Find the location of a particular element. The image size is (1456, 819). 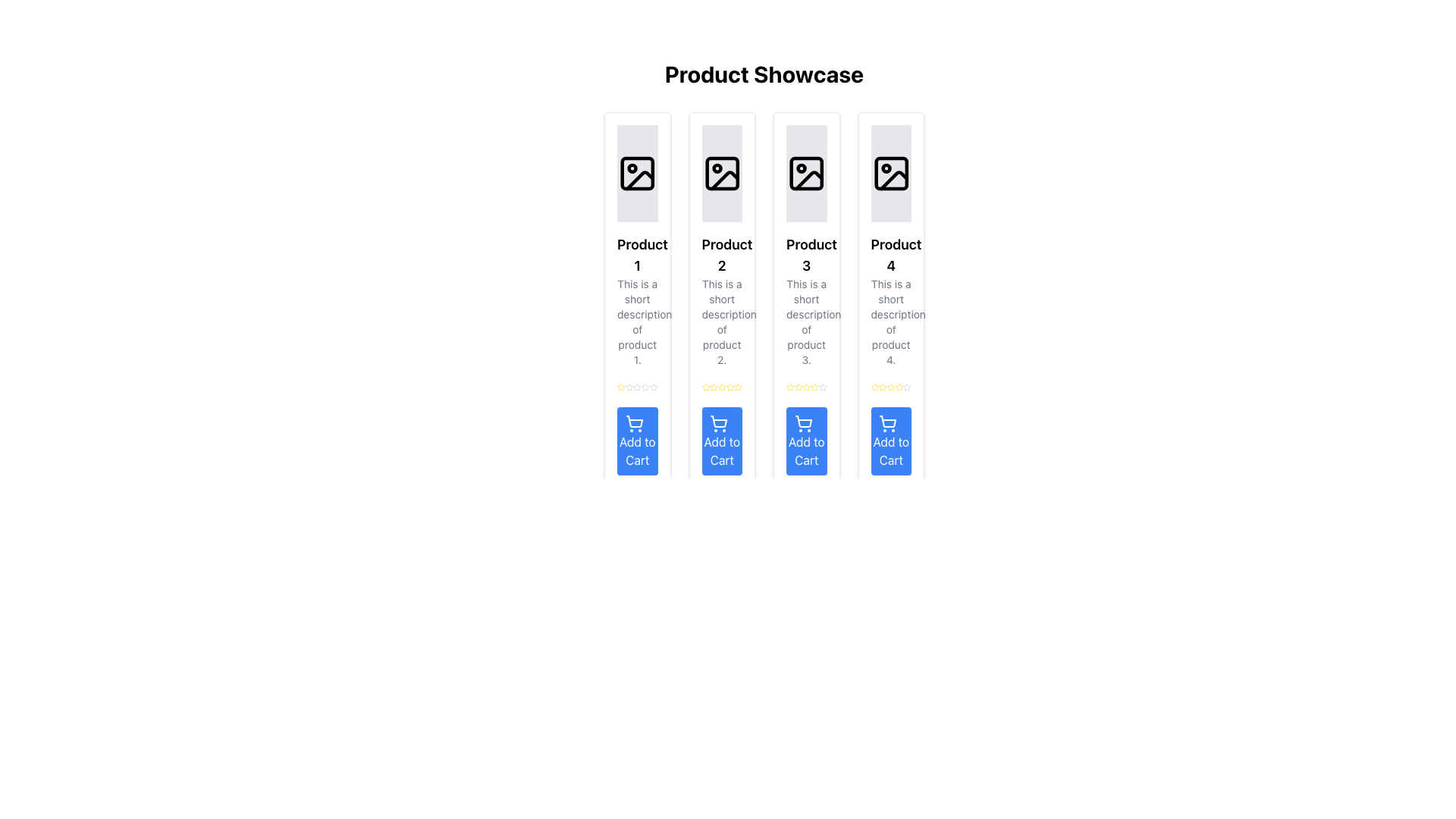

the icon within the blue 'Add to Cart' button of the fourth product in the grid layout is located at coordinates (888, 423).